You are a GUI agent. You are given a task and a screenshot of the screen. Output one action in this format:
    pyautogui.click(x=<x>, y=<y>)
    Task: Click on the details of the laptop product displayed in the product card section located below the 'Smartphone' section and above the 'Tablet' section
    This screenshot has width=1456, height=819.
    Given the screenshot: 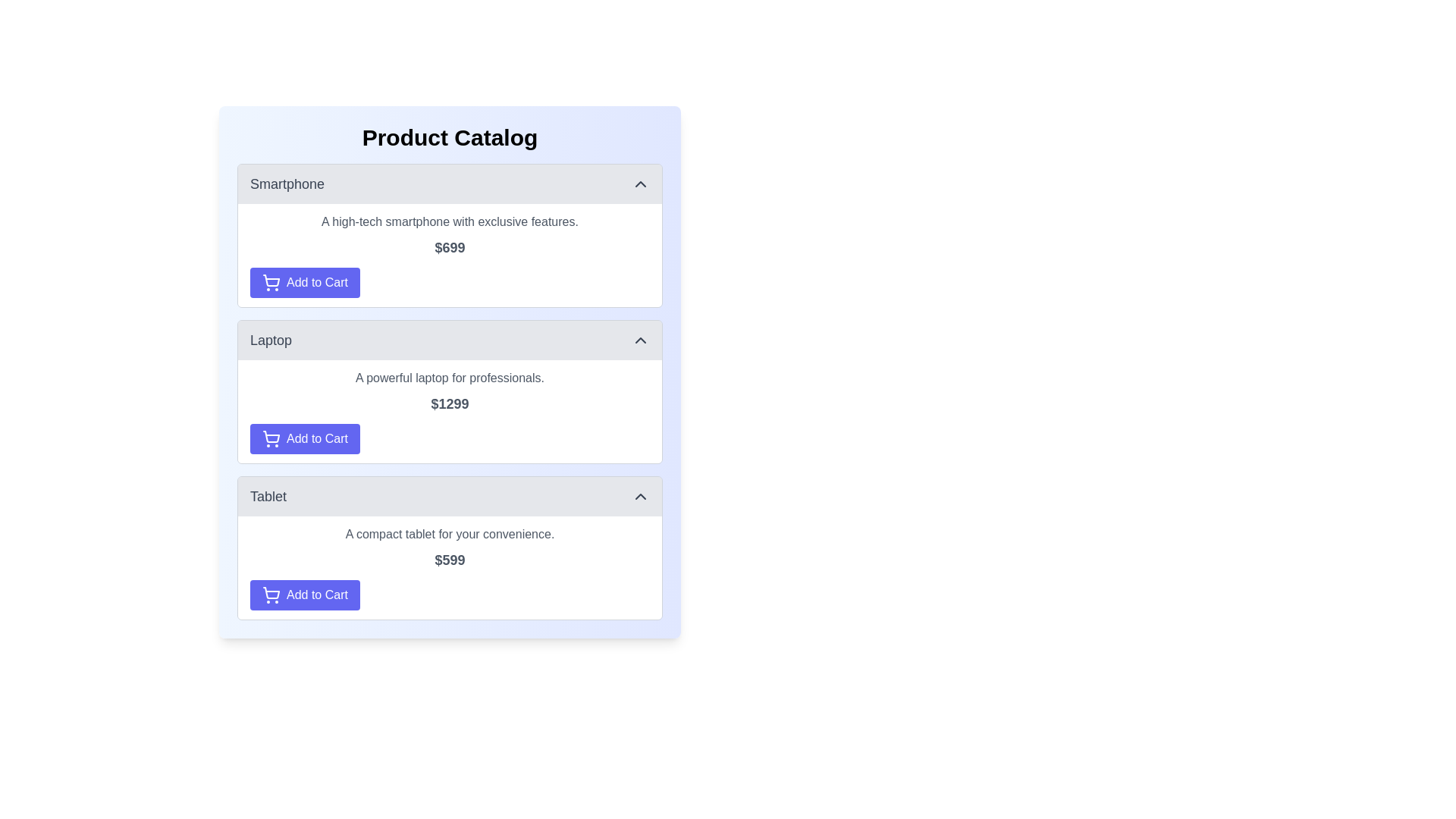 What is the action you would take?
    pyautogui.click(x=449, y=412)
    